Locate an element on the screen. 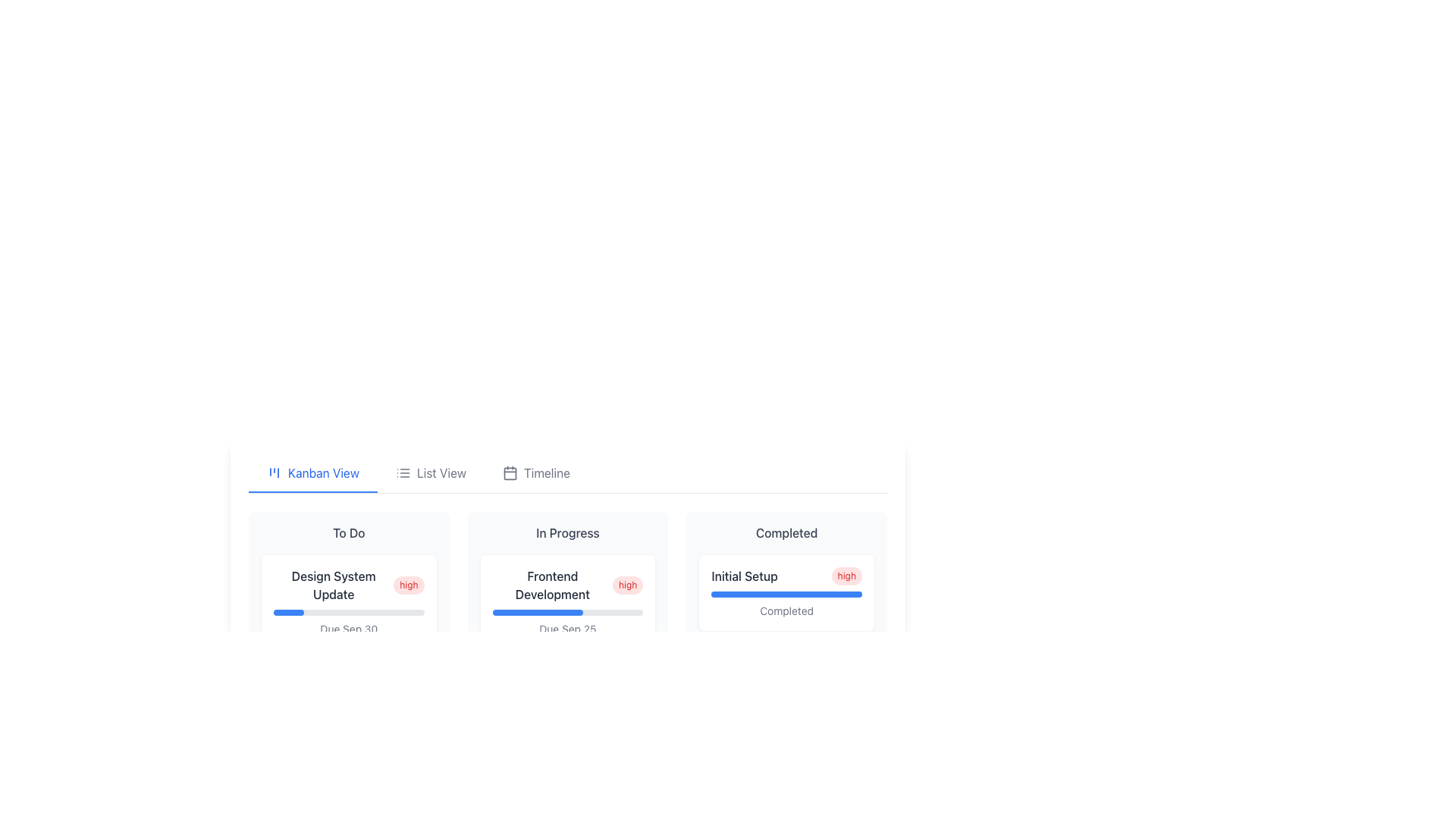  the 'Initial Setup' text label, which is bold and medium gray, located in the 'Completed' column above the status strip is located at coordinates (745, 576).